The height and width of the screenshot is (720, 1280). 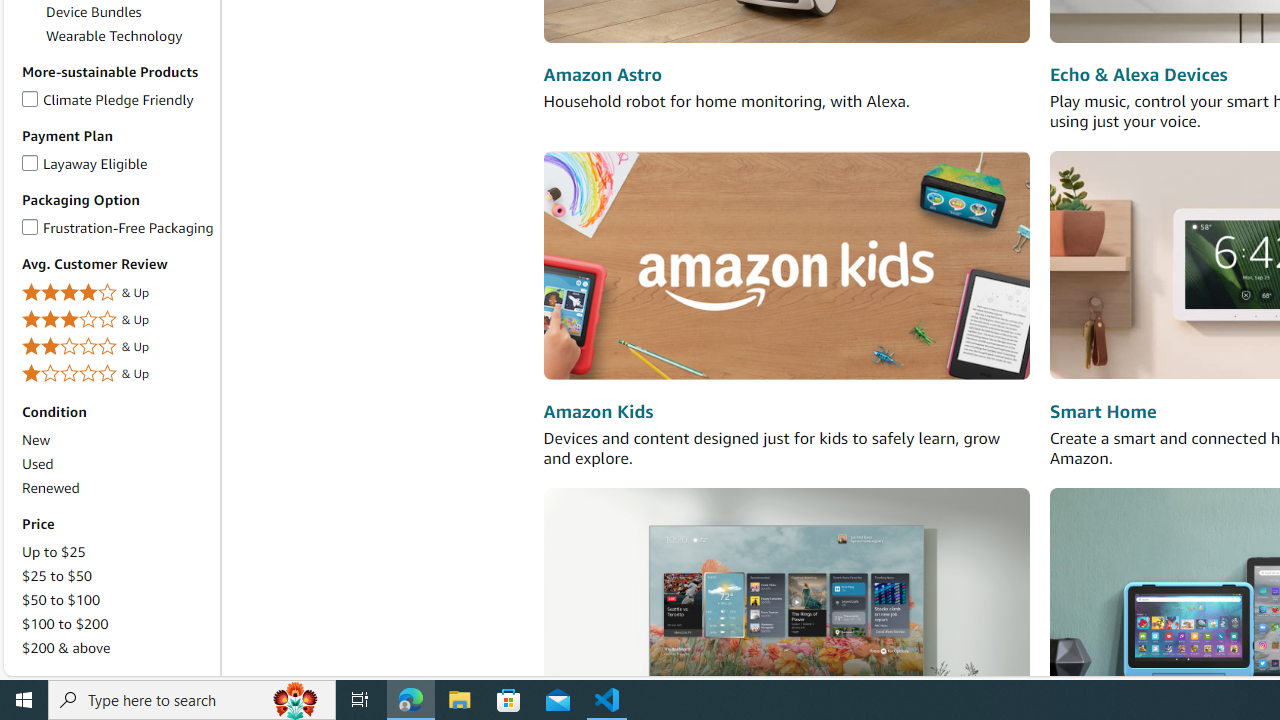 I want to click on 'Device Bundles', so click(x=93, y=11).